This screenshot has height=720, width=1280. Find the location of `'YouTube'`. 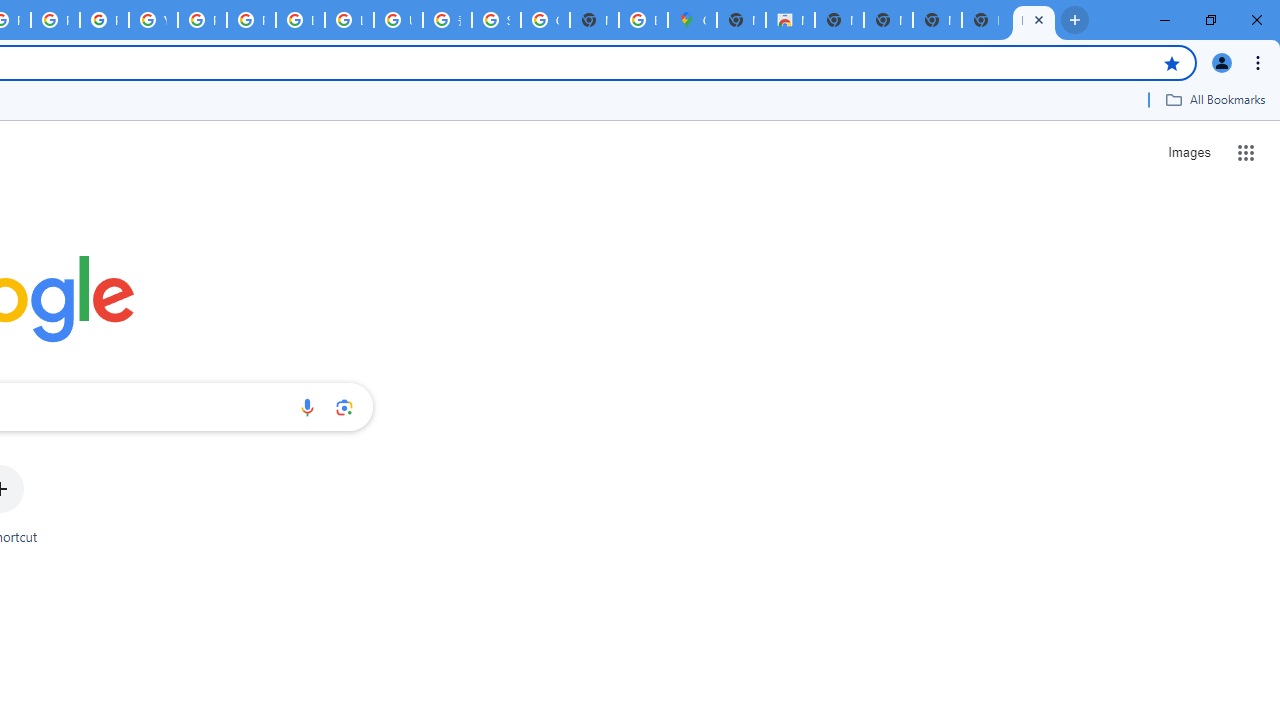

'YouTube' is located at coordinates (152, 20).